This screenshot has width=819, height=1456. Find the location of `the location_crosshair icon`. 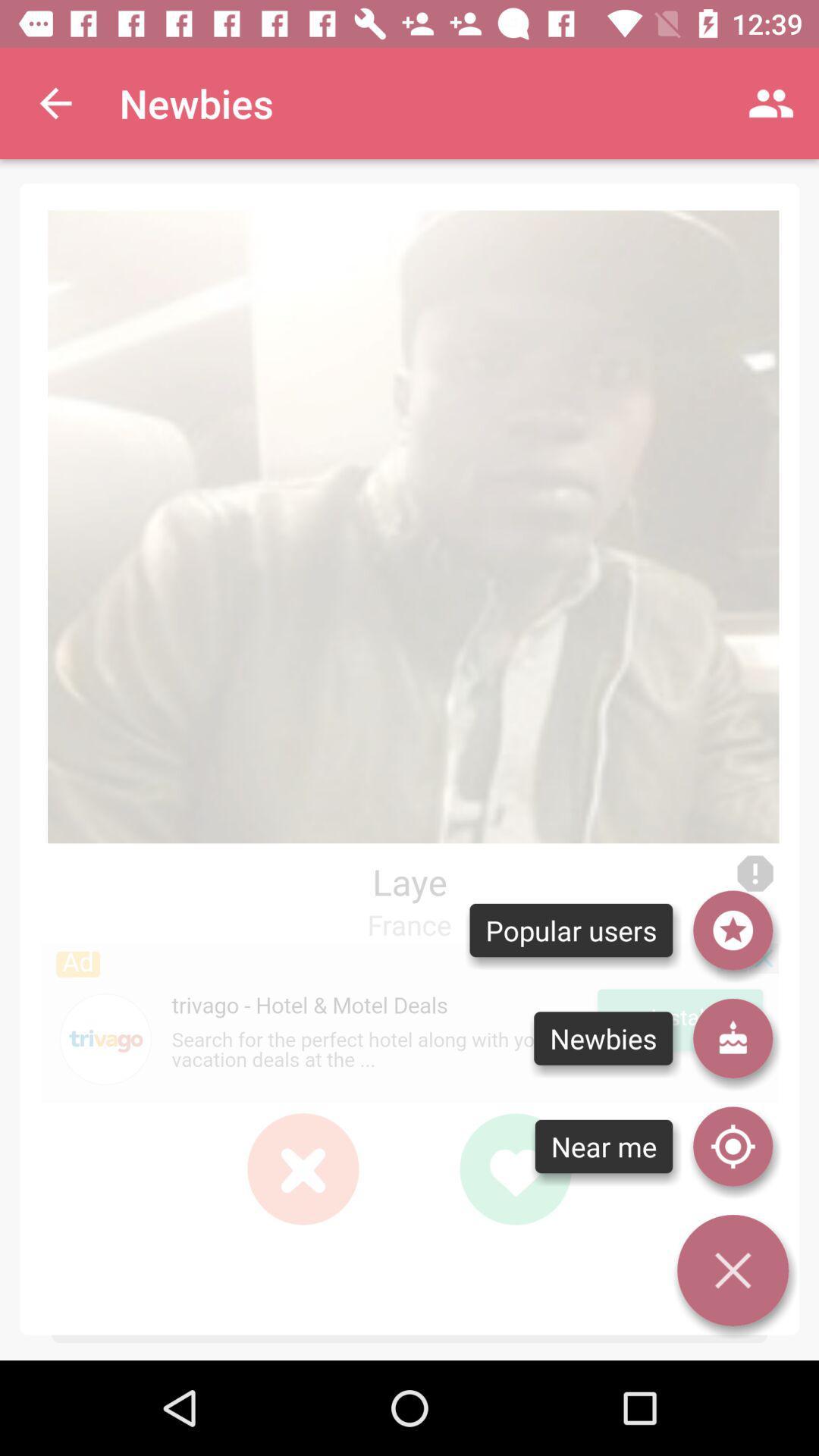

the location_crosshair icon is located at coordinates (732, 1147).